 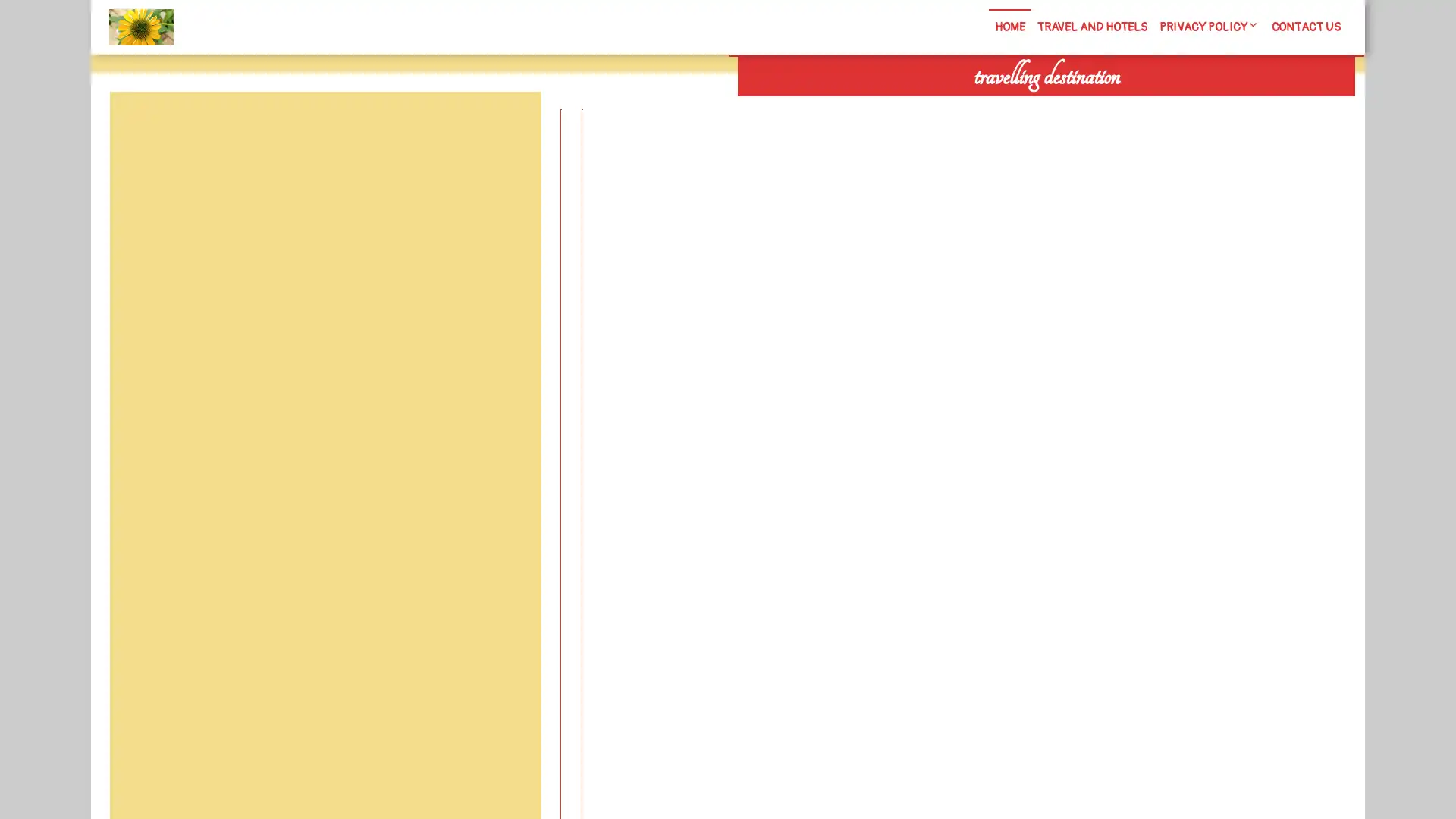 I want to click on Search, so click(x=1181, y=106).